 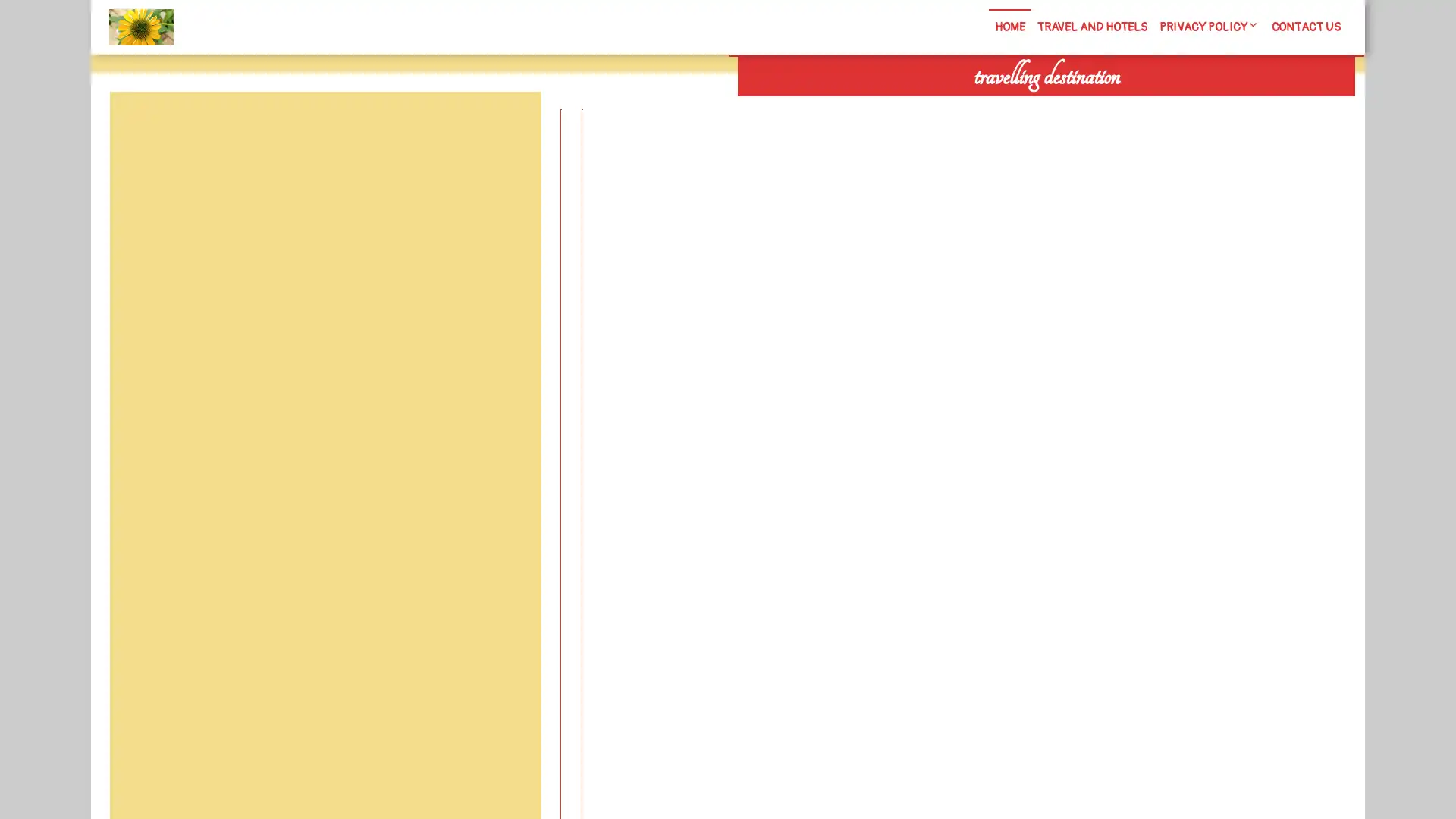 I want to click on Search, so click(x=1181, y=106).